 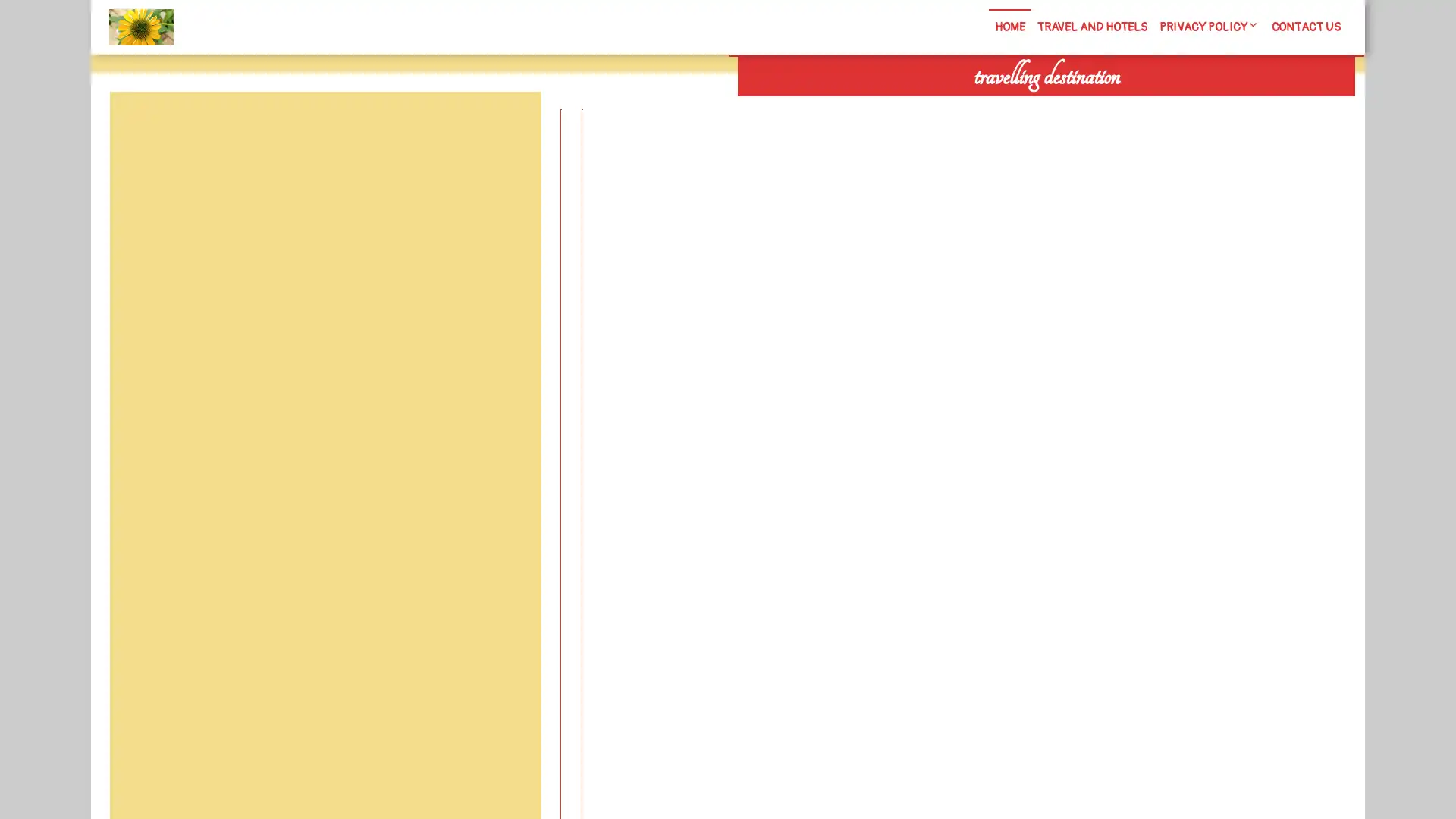 I want to click on Search, so click(x=1181, y=106).